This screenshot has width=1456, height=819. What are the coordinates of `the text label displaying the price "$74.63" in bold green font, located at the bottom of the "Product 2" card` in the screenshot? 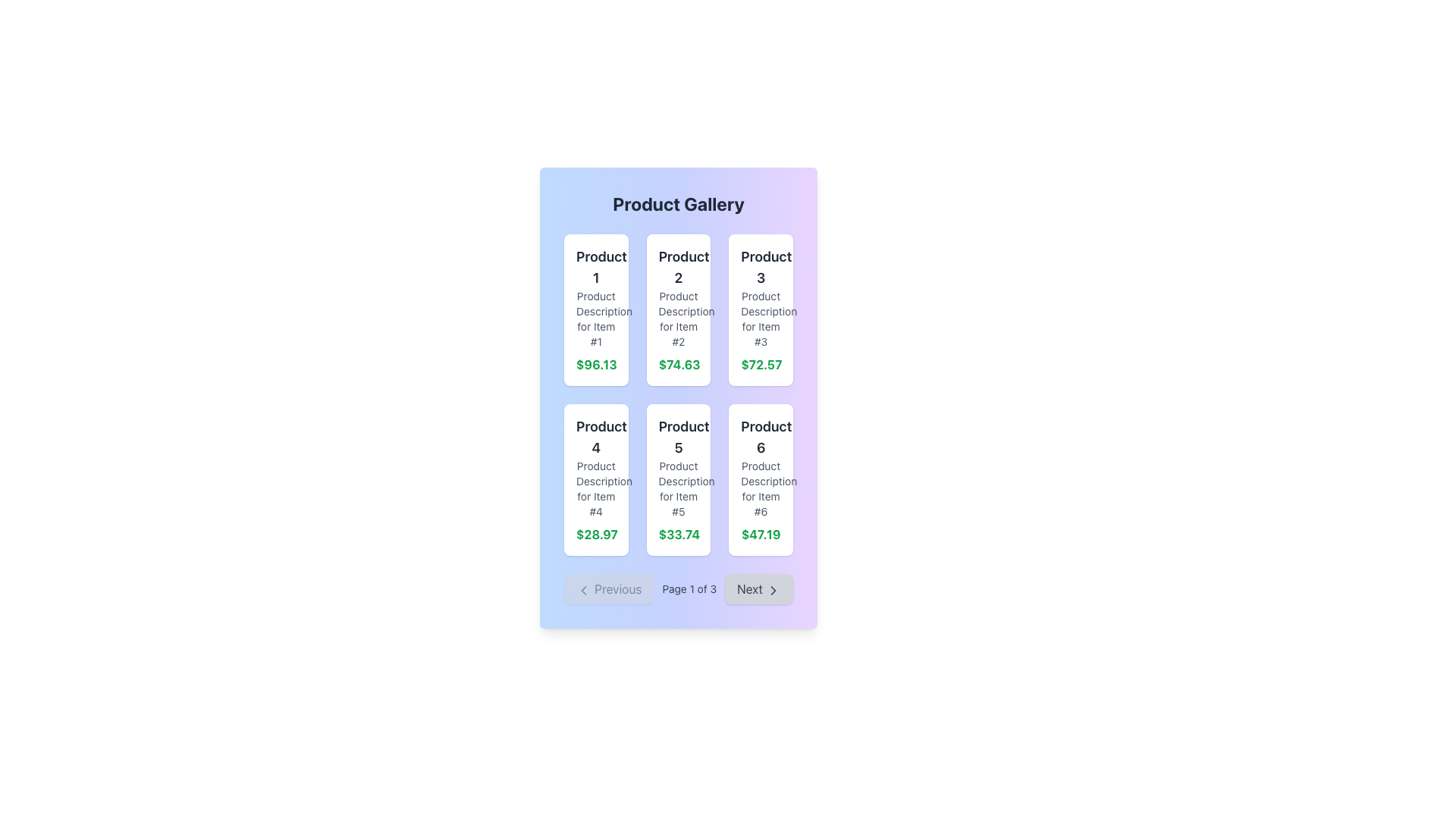 It's located at (677, 365).